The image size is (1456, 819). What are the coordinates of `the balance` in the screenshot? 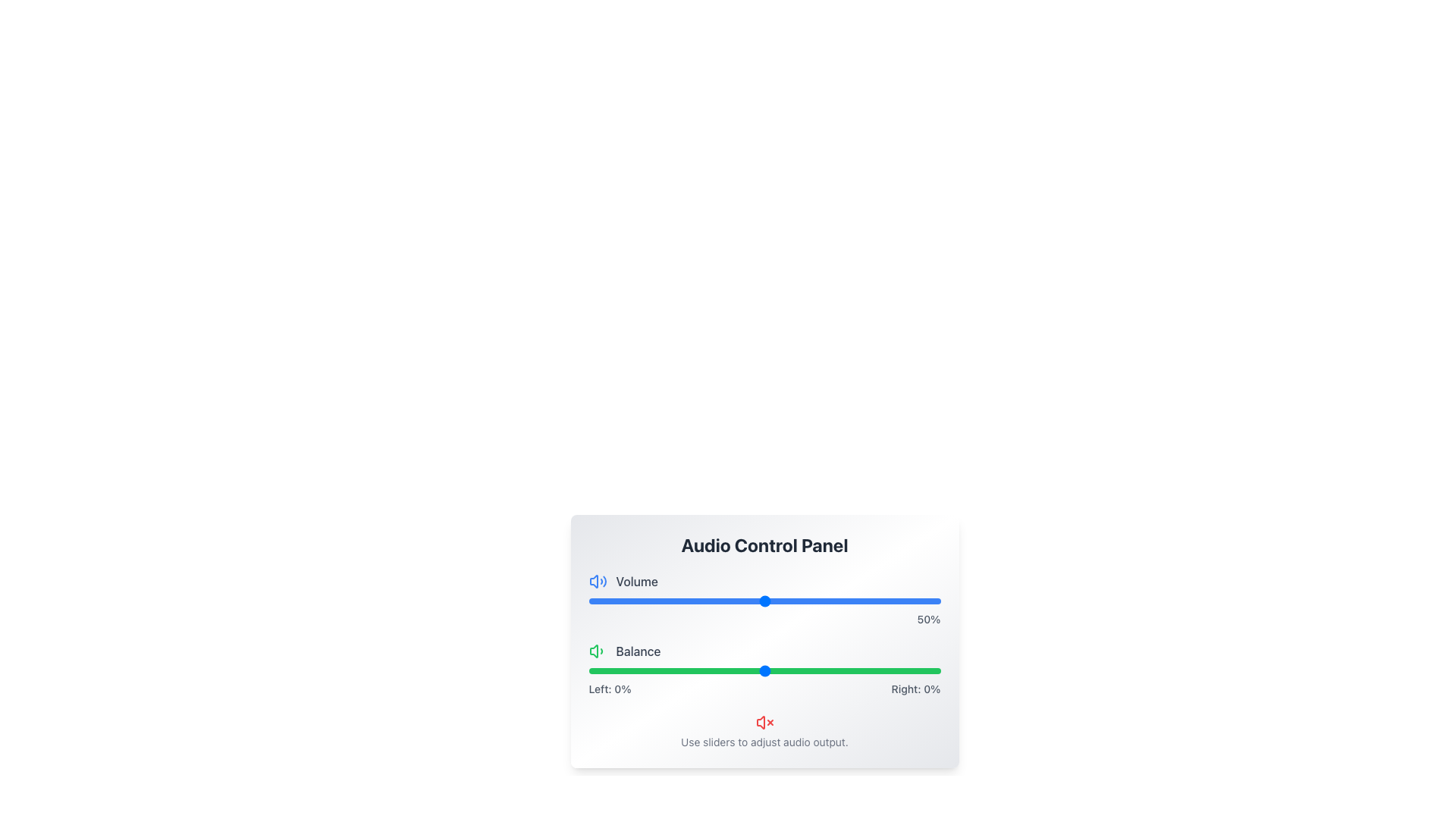 It's located at (686, 670).